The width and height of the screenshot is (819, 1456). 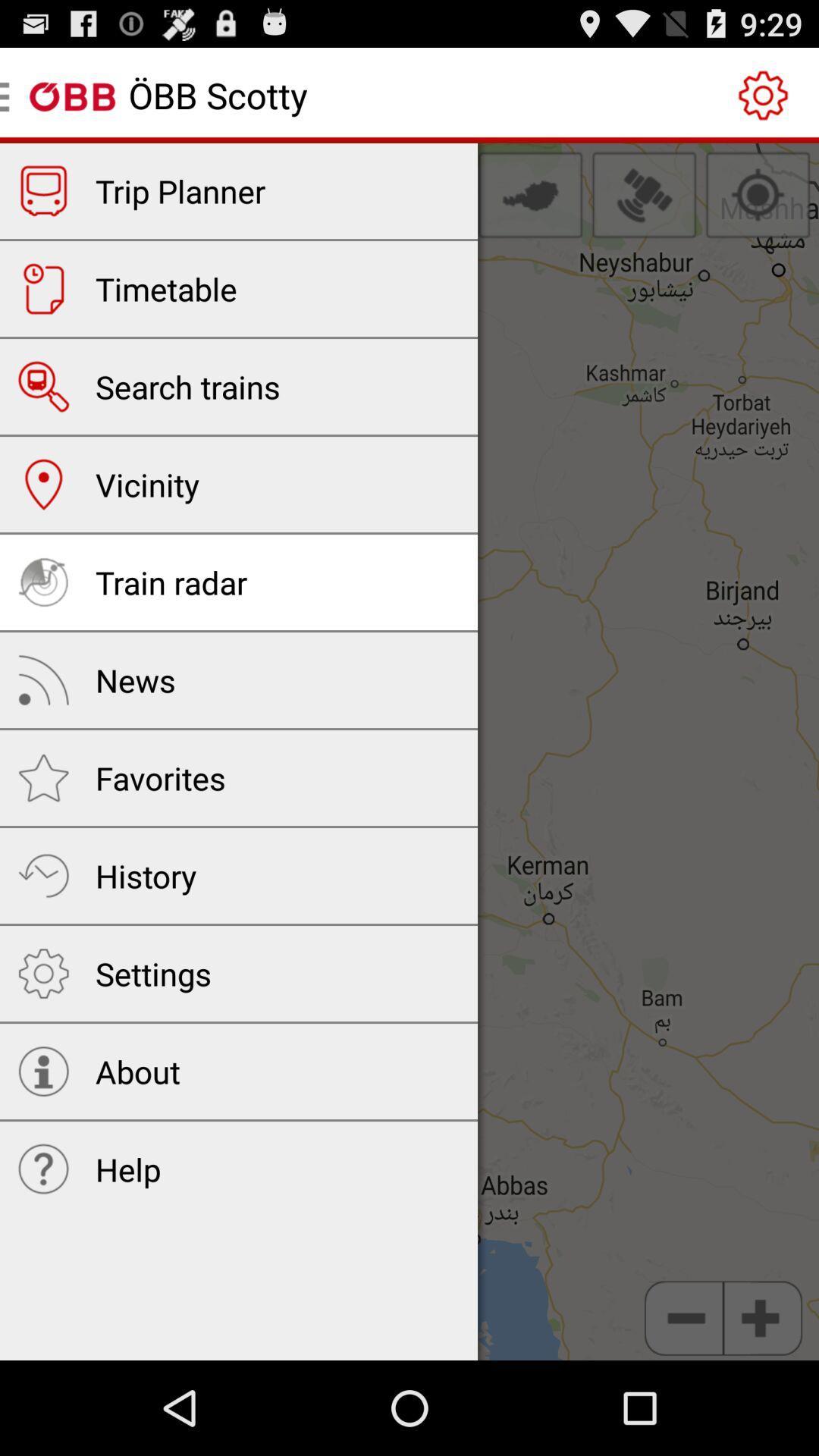 What do you see at coordinates (180, 190) in the screenshot?
I see `the trip planner app` at bounding box center [180, 190].